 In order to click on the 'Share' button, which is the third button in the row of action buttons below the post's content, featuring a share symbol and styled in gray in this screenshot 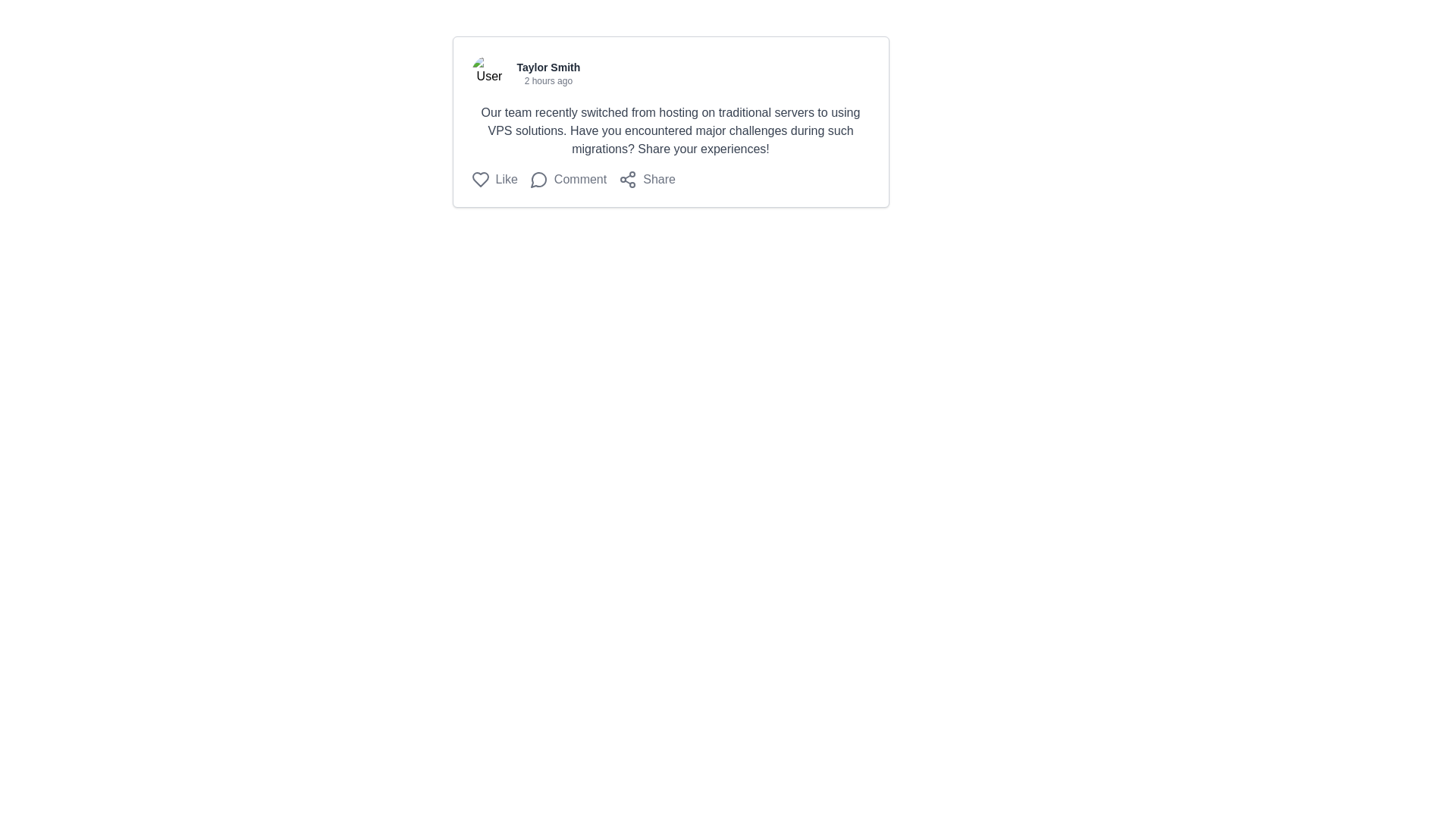, I will do `click(647, 178)`.